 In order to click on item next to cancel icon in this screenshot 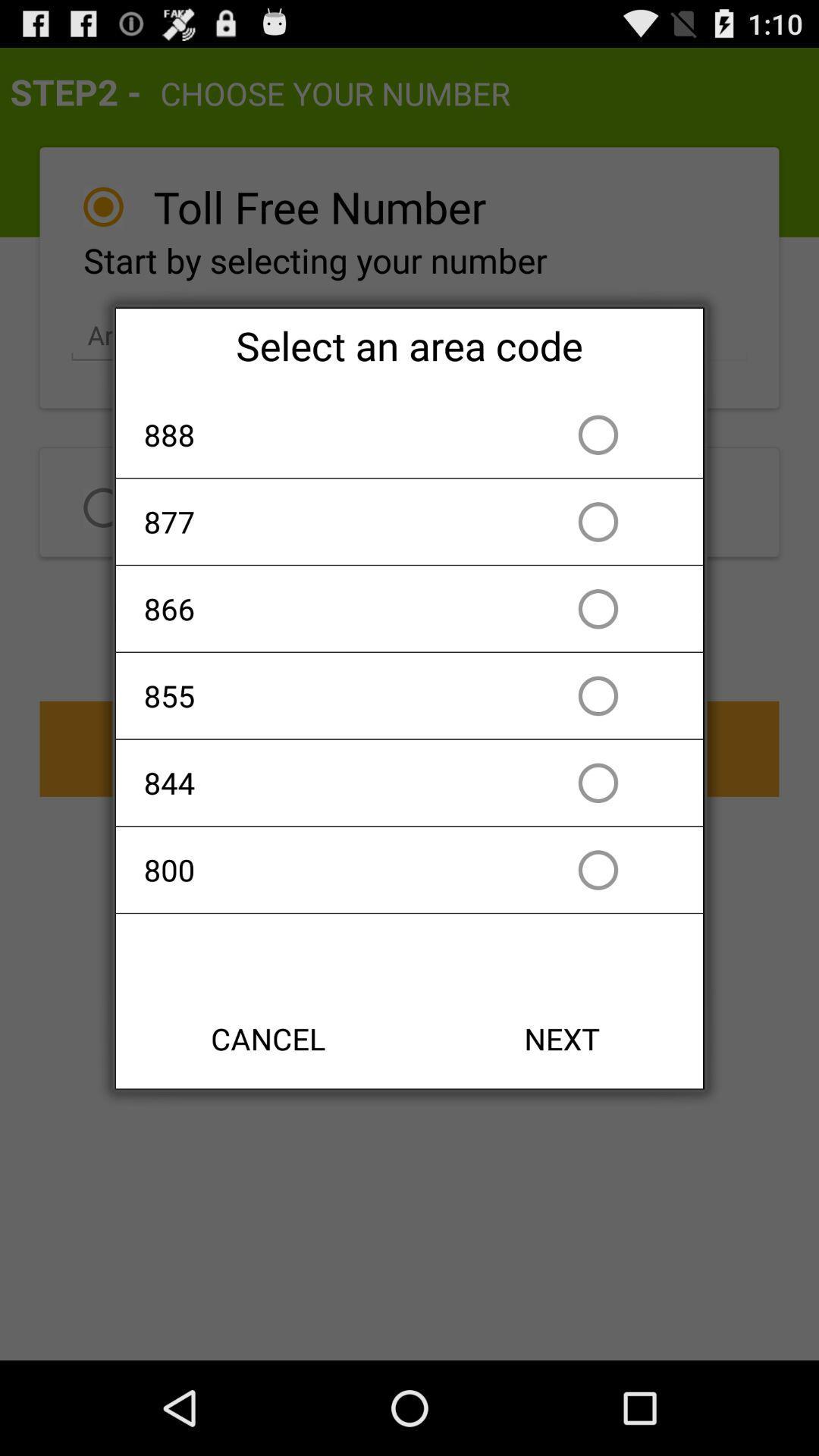, I will do `click(562, 1037)`.